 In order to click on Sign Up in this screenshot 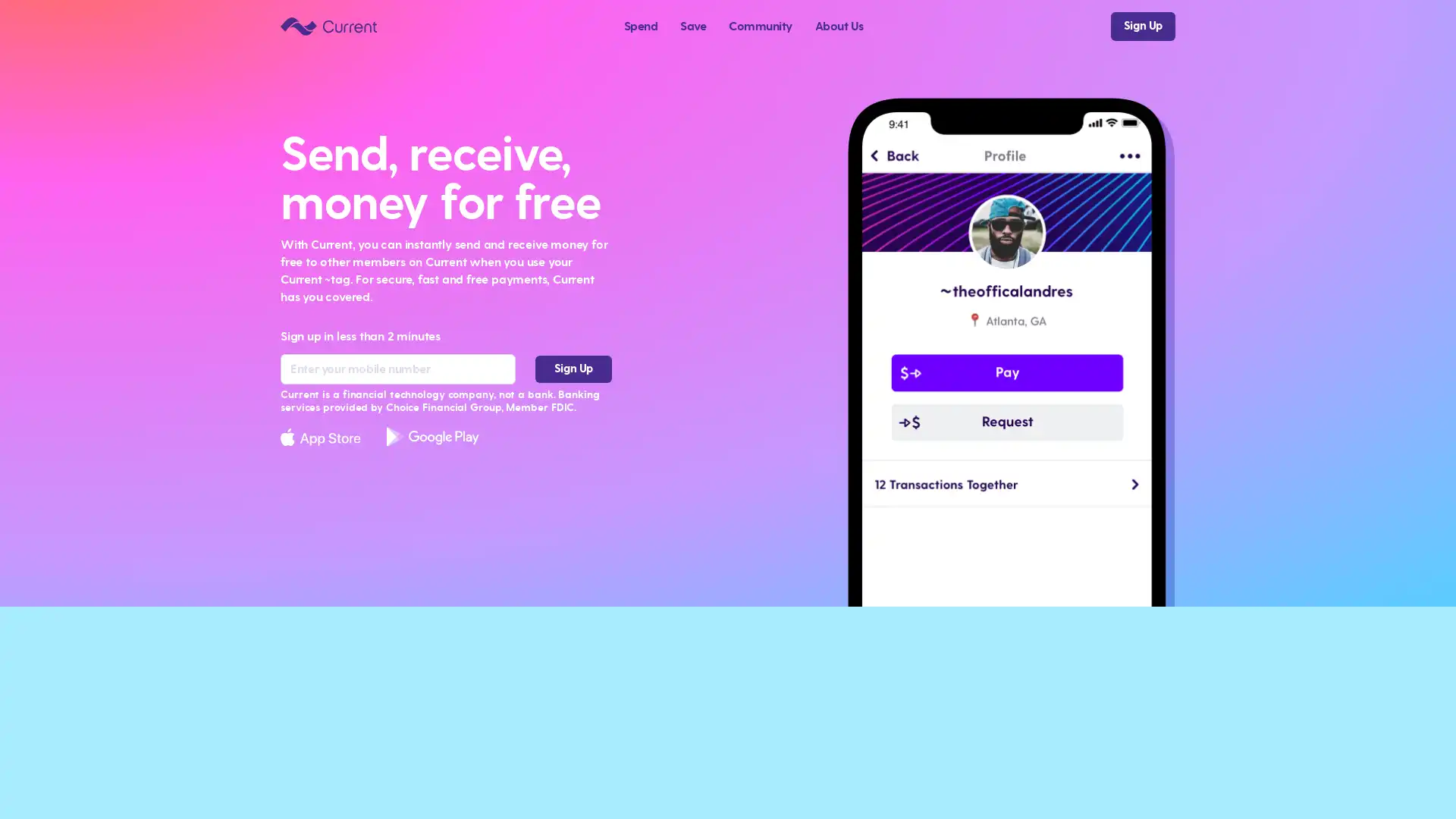, I will do `click(1141, 26)`.